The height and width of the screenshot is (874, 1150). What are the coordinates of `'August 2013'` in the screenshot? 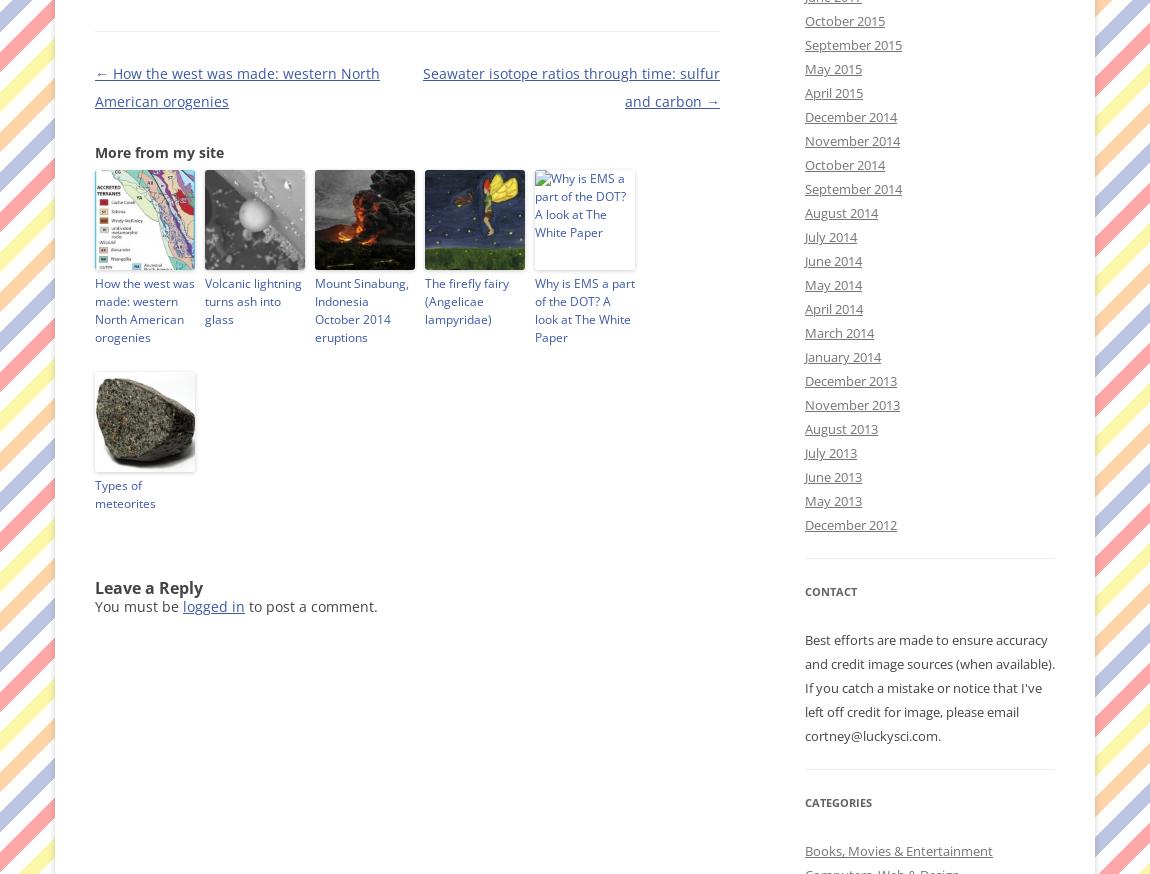 It's located at (840, 428).